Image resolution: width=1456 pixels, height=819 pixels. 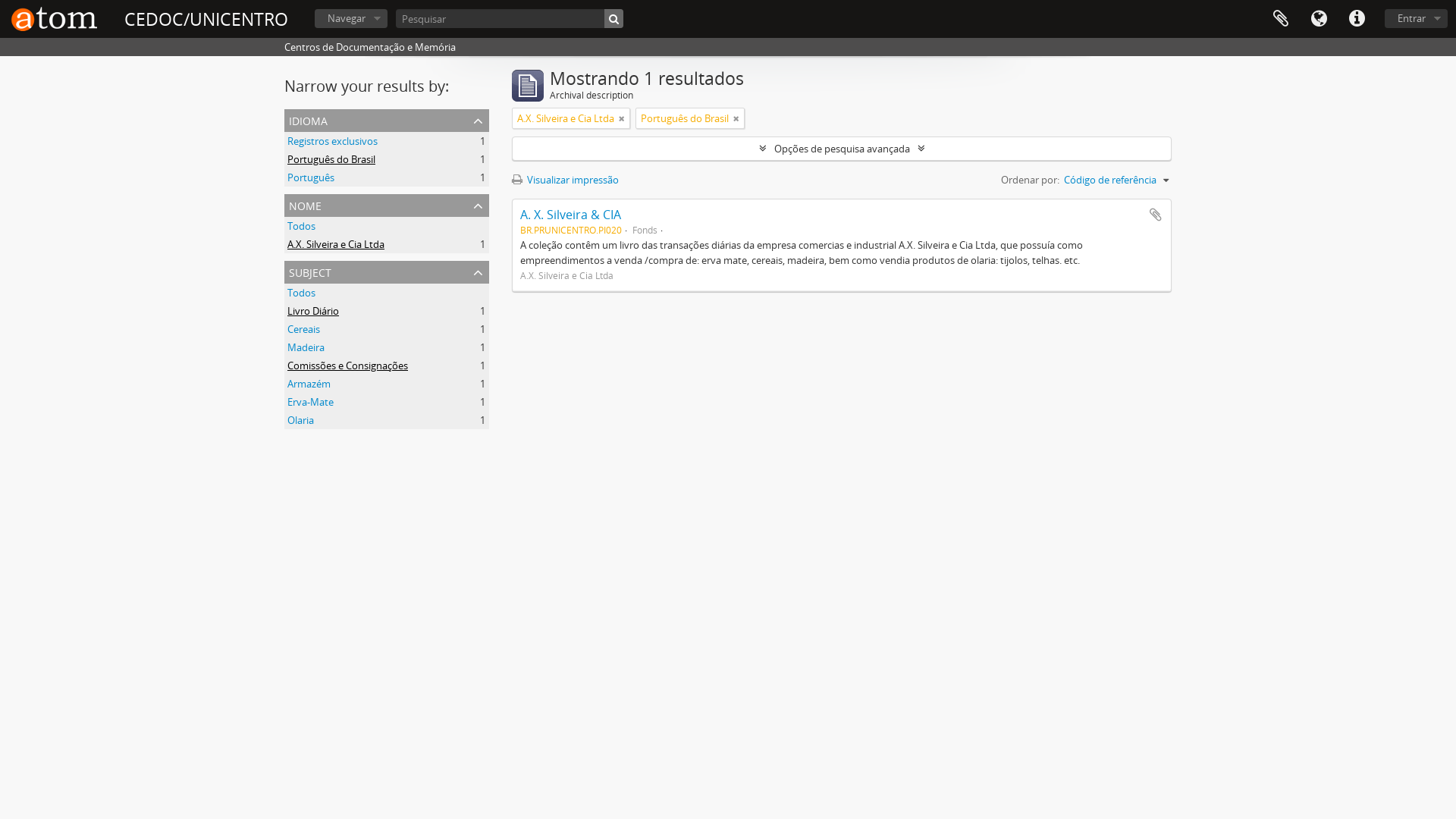 What do you see at coordinates (386, 119) in the screenshot?
I see `'idioma'` at bounding box center [386, 119].